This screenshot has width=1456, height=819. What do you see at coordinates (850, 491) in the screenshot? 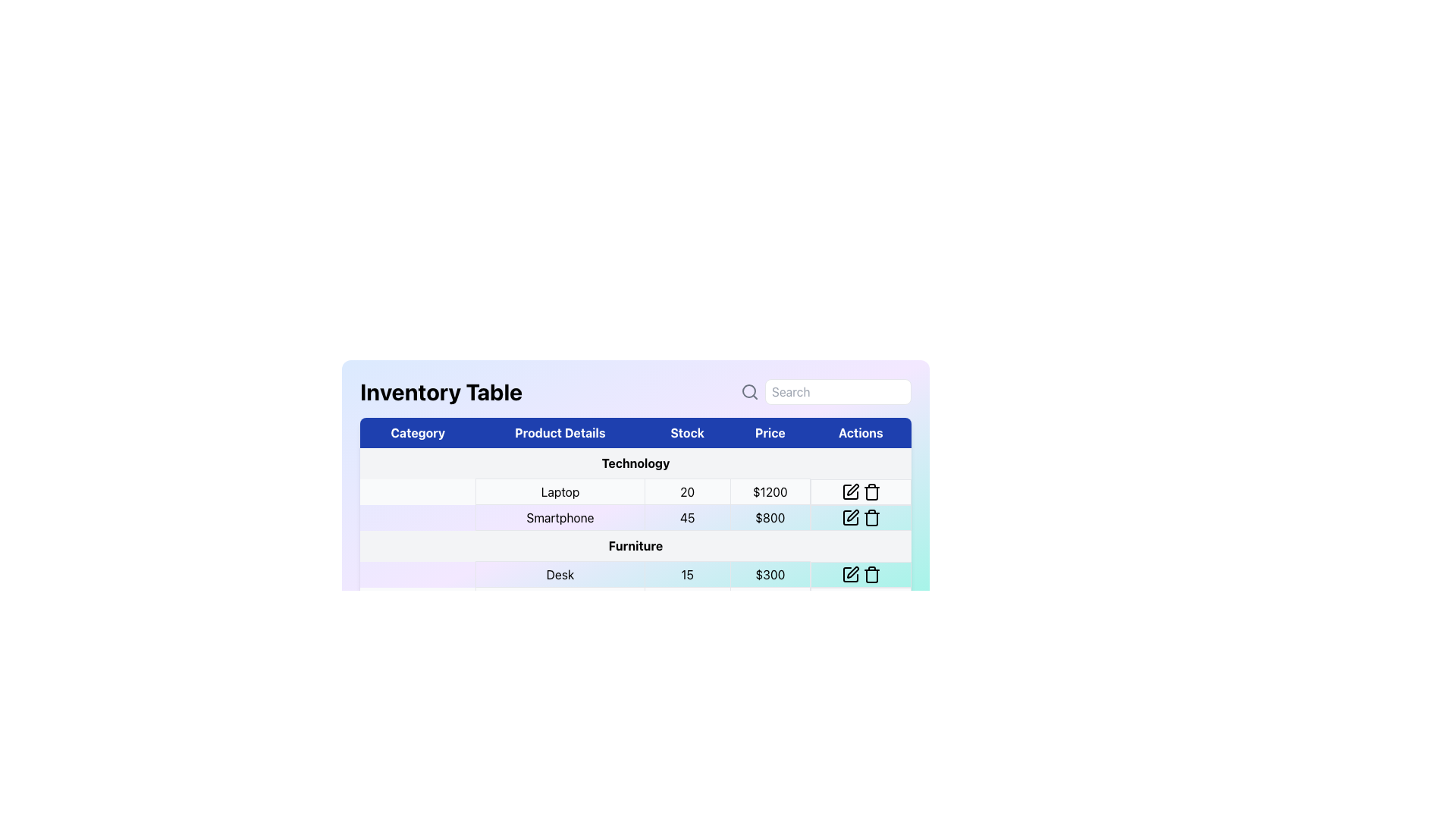
I see `the edit button icon, which is a small square-shaped pencil icon located in the 'Actions' column of the data table associated with the first row labeled 'Laptop'` at bounding box center [850, 491].